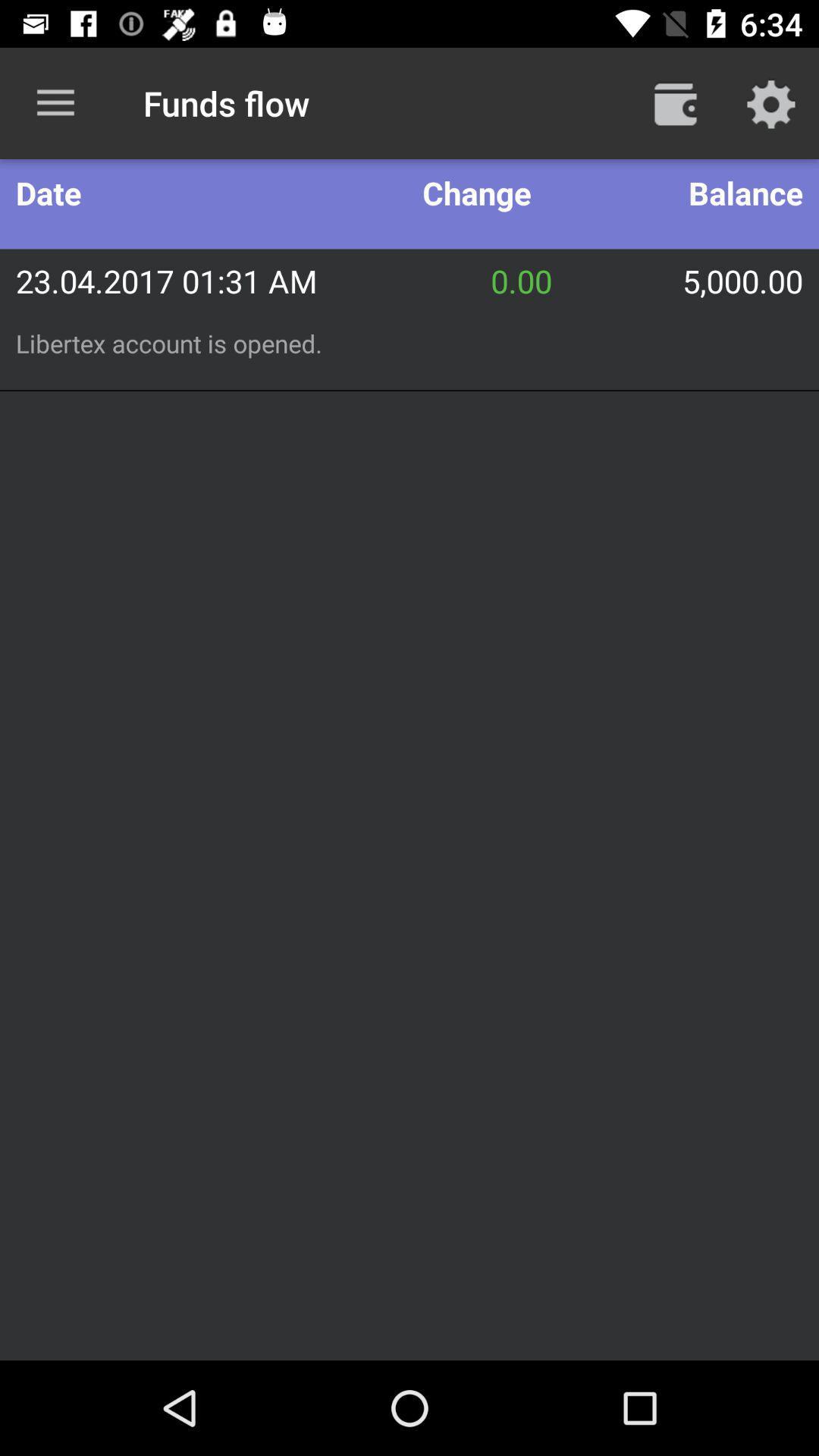 The image size is (819, 1456). What do you see at coordinates (675, 102) in the screenshot?
I see `item next to funds flow` at bounding box center [675, 102].